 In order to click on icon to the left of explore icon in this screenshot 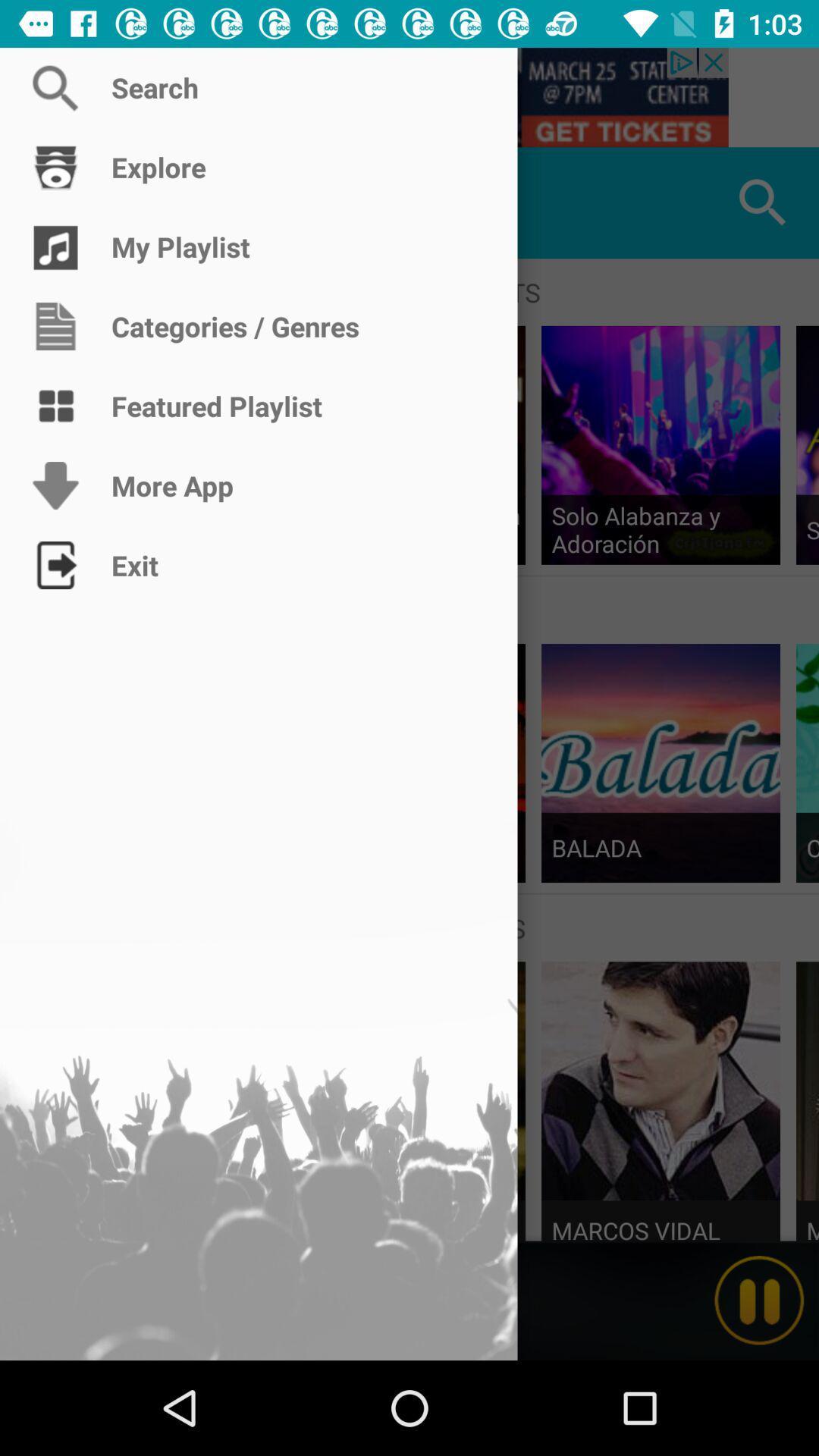, I will do `click(55, 202)`.